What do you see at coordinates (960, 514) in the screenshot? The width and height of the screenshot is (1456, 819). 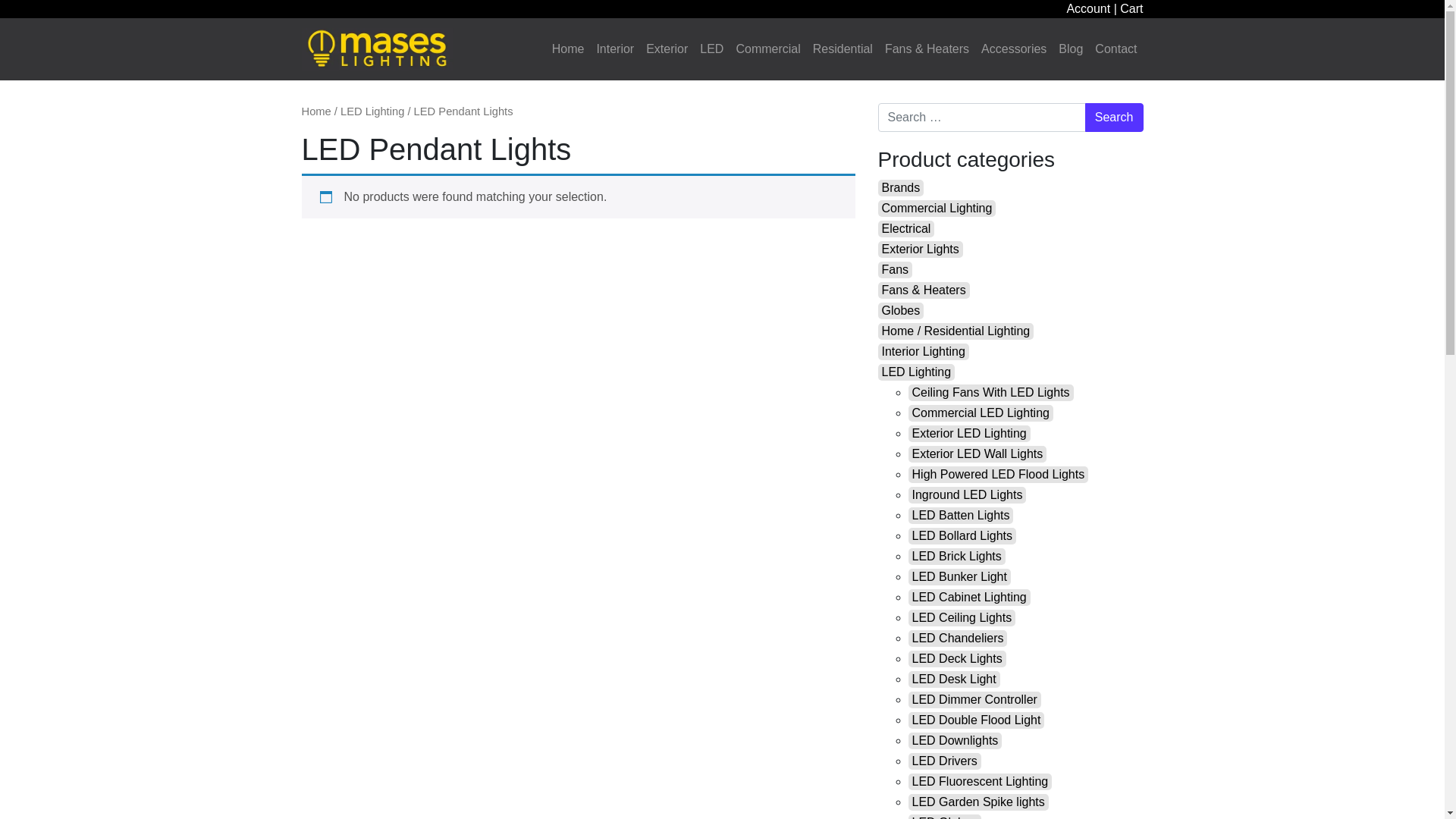 I see `'LED Batten Lights'` at bounding box center [960, 514].